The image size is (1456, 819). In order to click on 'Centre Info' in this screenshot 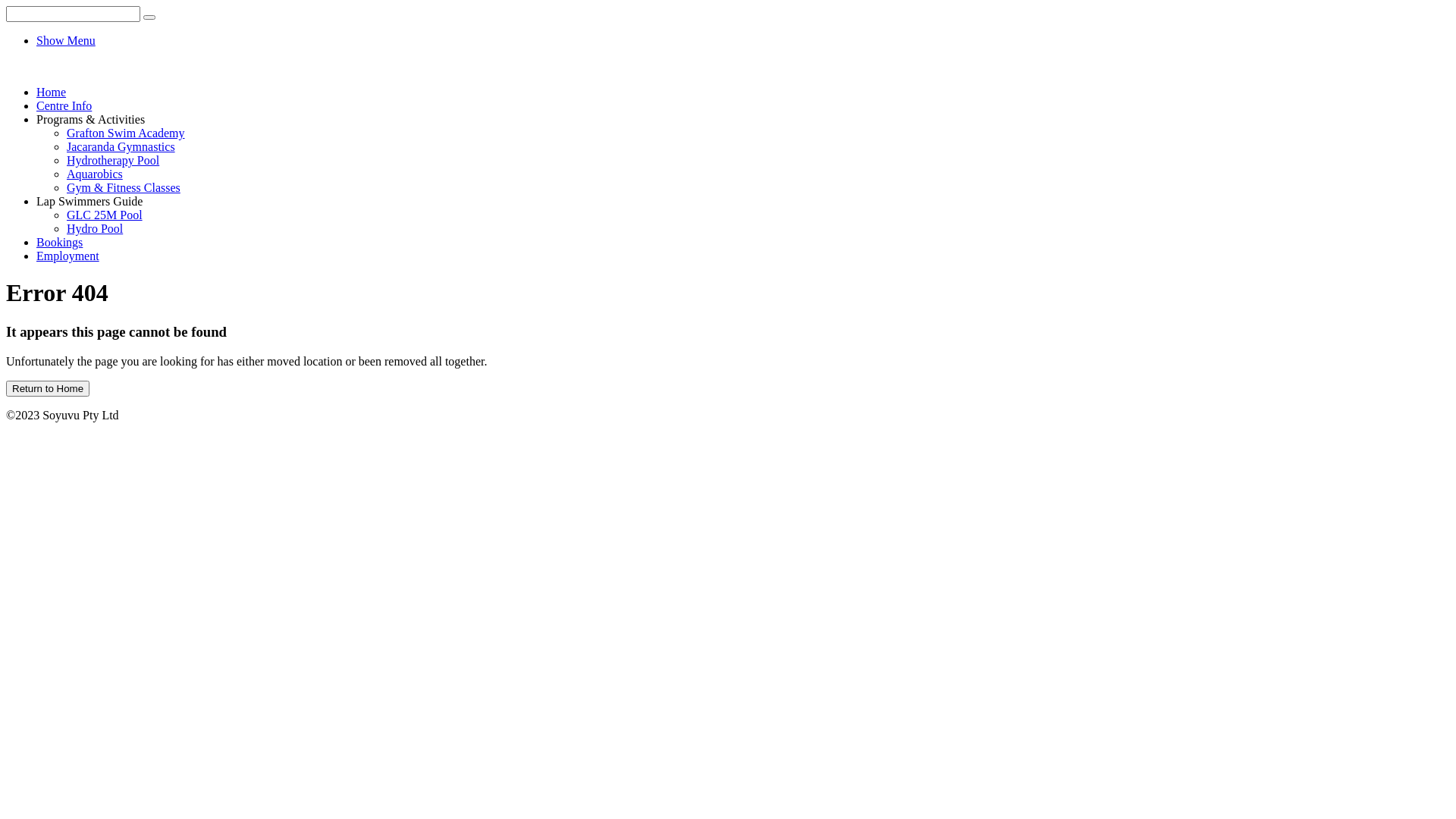, I will do `click(63, 105)`.